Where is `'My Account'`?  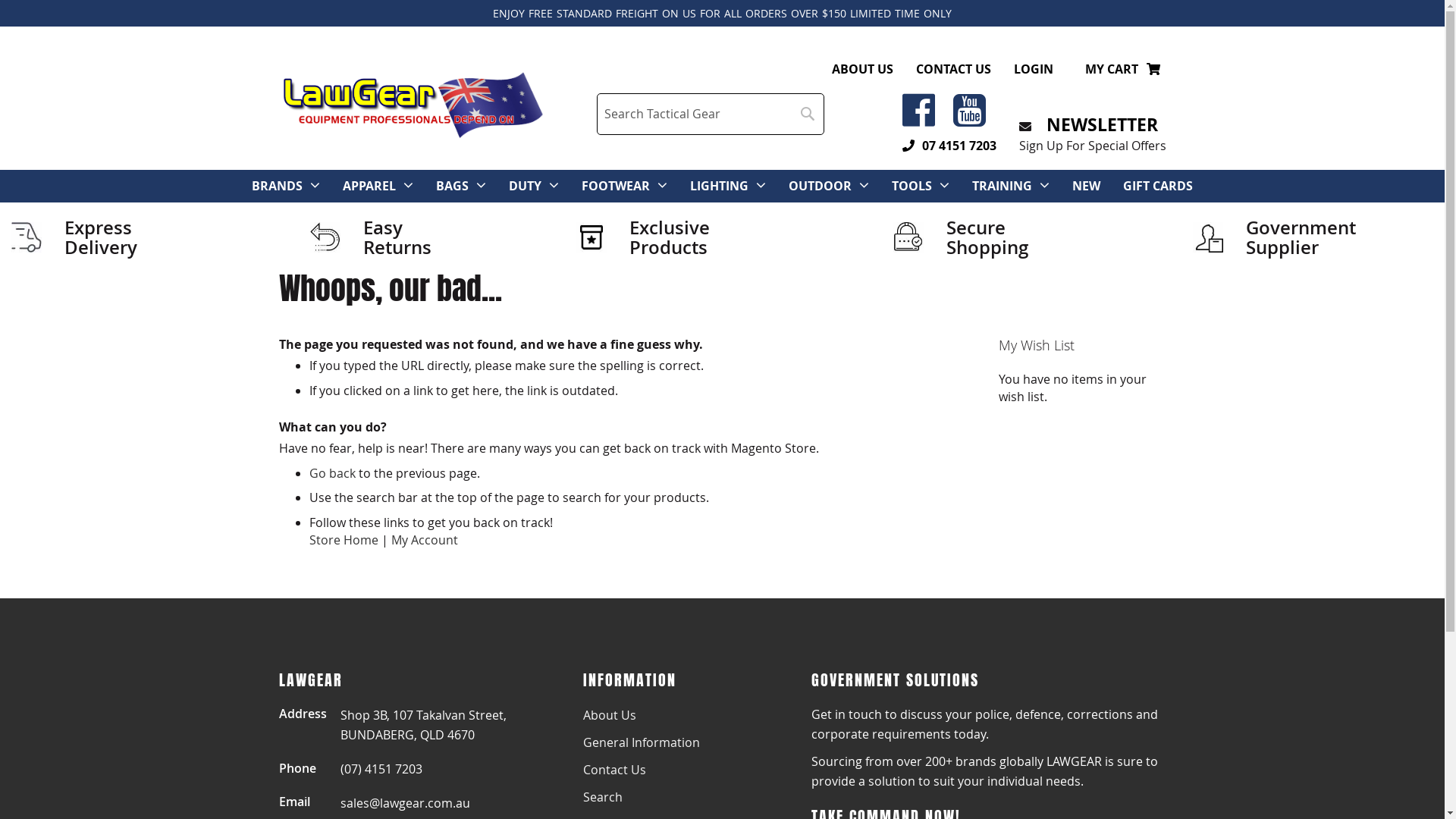 'My Account' is located at coordinates (425, 539).